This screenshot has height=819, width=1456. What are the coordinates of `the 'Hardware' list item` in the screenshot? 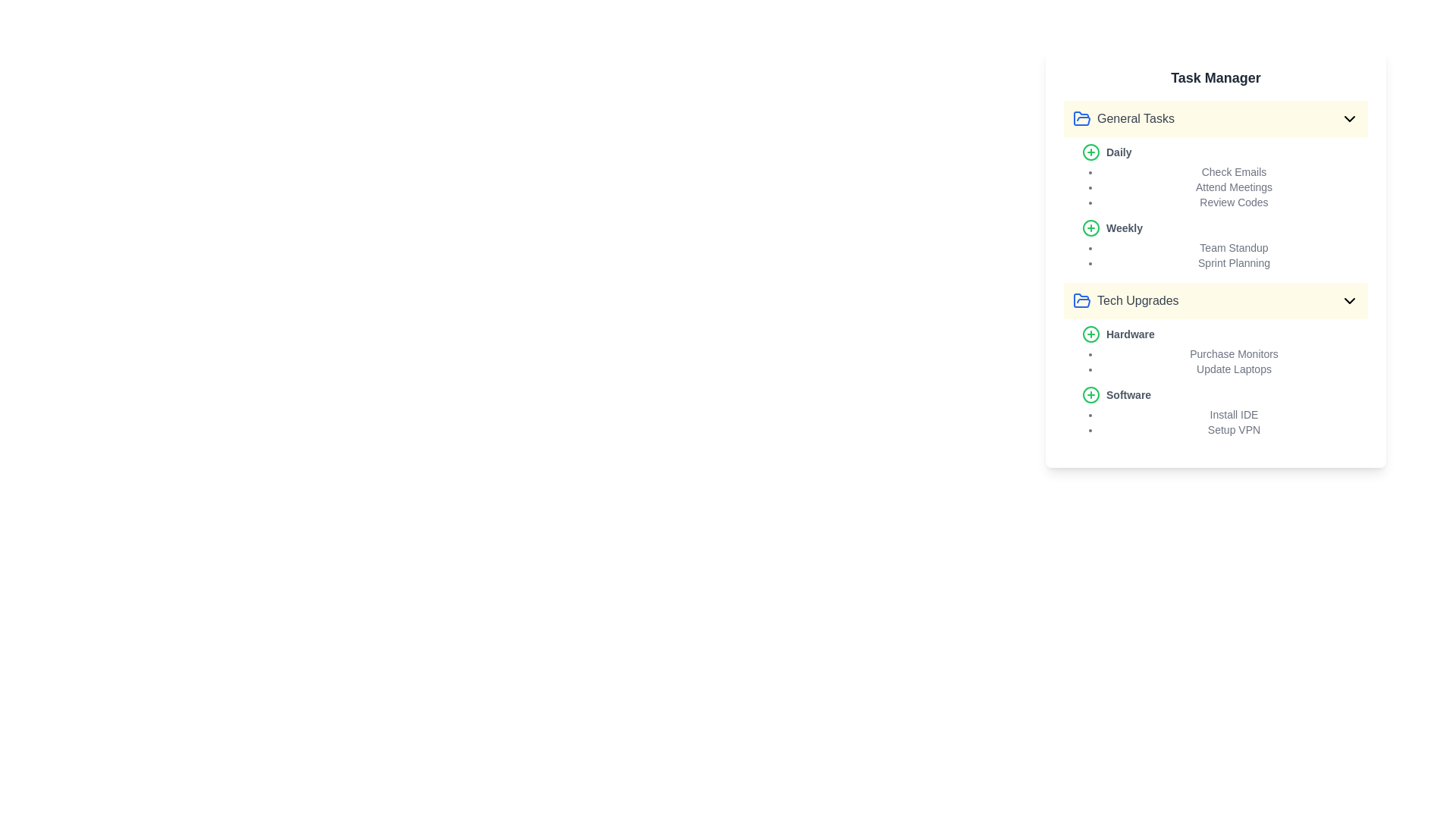 It's located at (1225, 350).